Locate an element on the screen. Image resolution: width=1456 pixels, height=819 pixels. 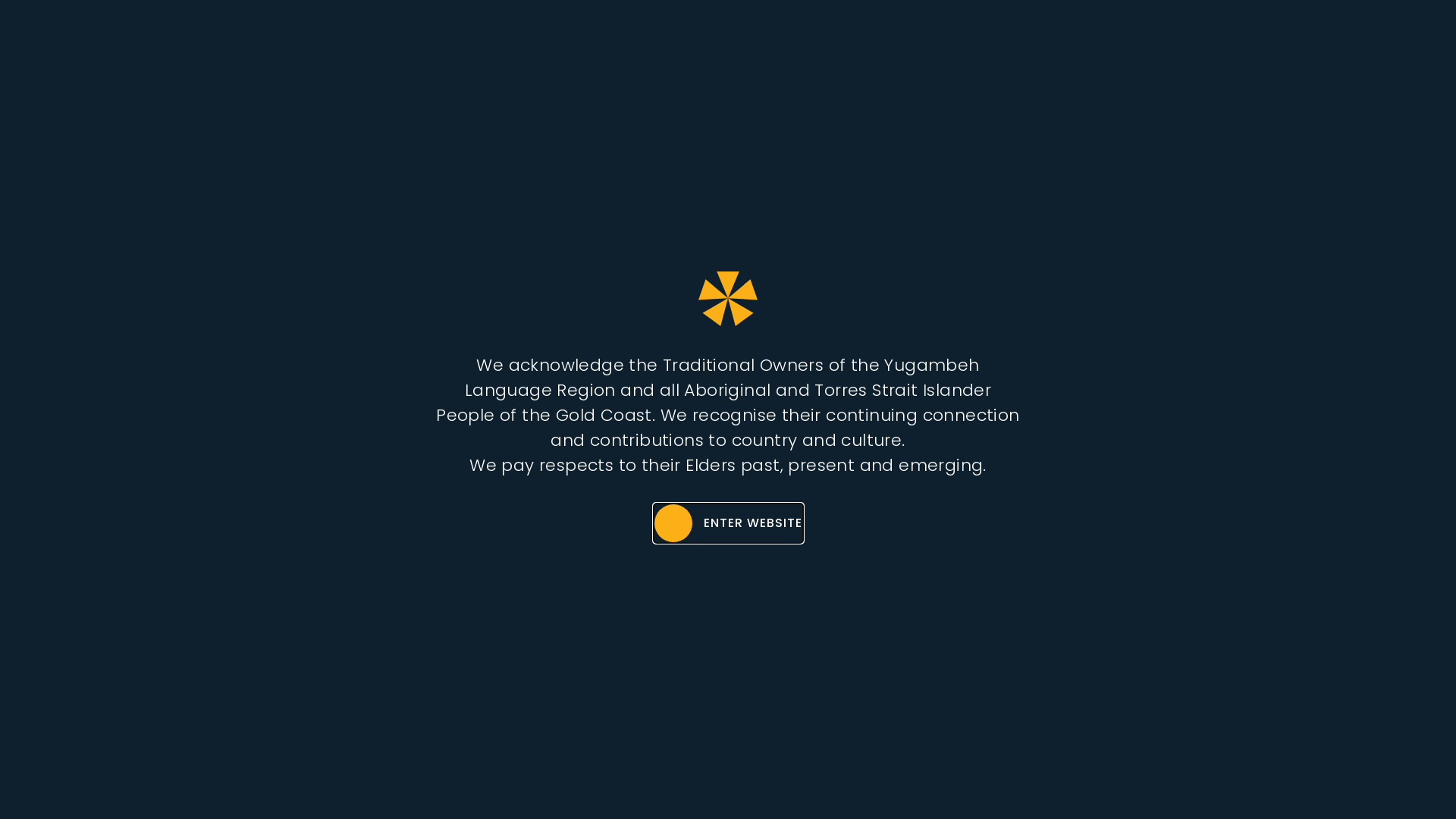
'Connected to place' is located at coordinates (889, 43).